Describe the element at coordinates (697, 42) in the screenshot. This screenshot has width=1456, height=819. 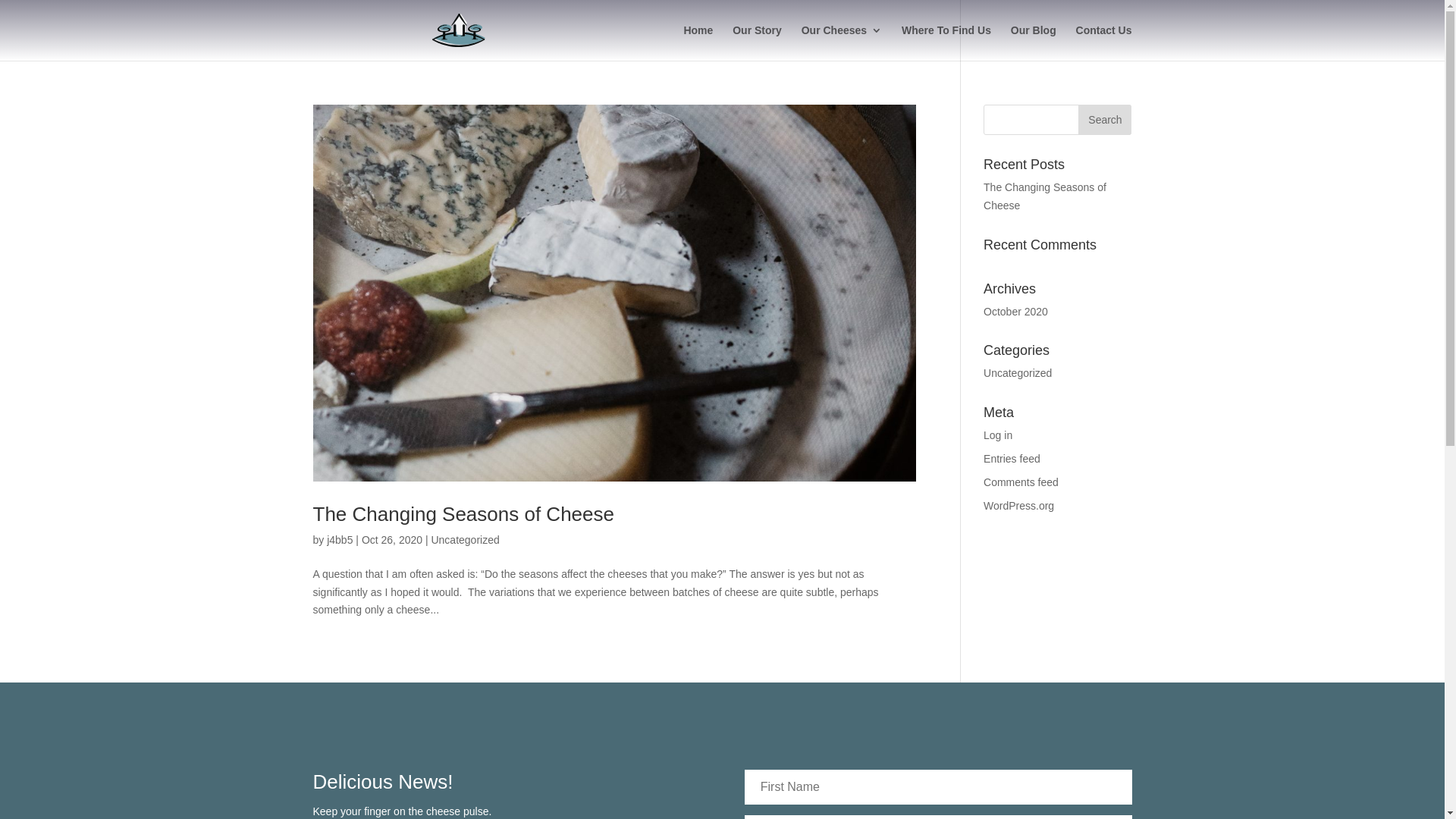
I see `'Home'` at that location.